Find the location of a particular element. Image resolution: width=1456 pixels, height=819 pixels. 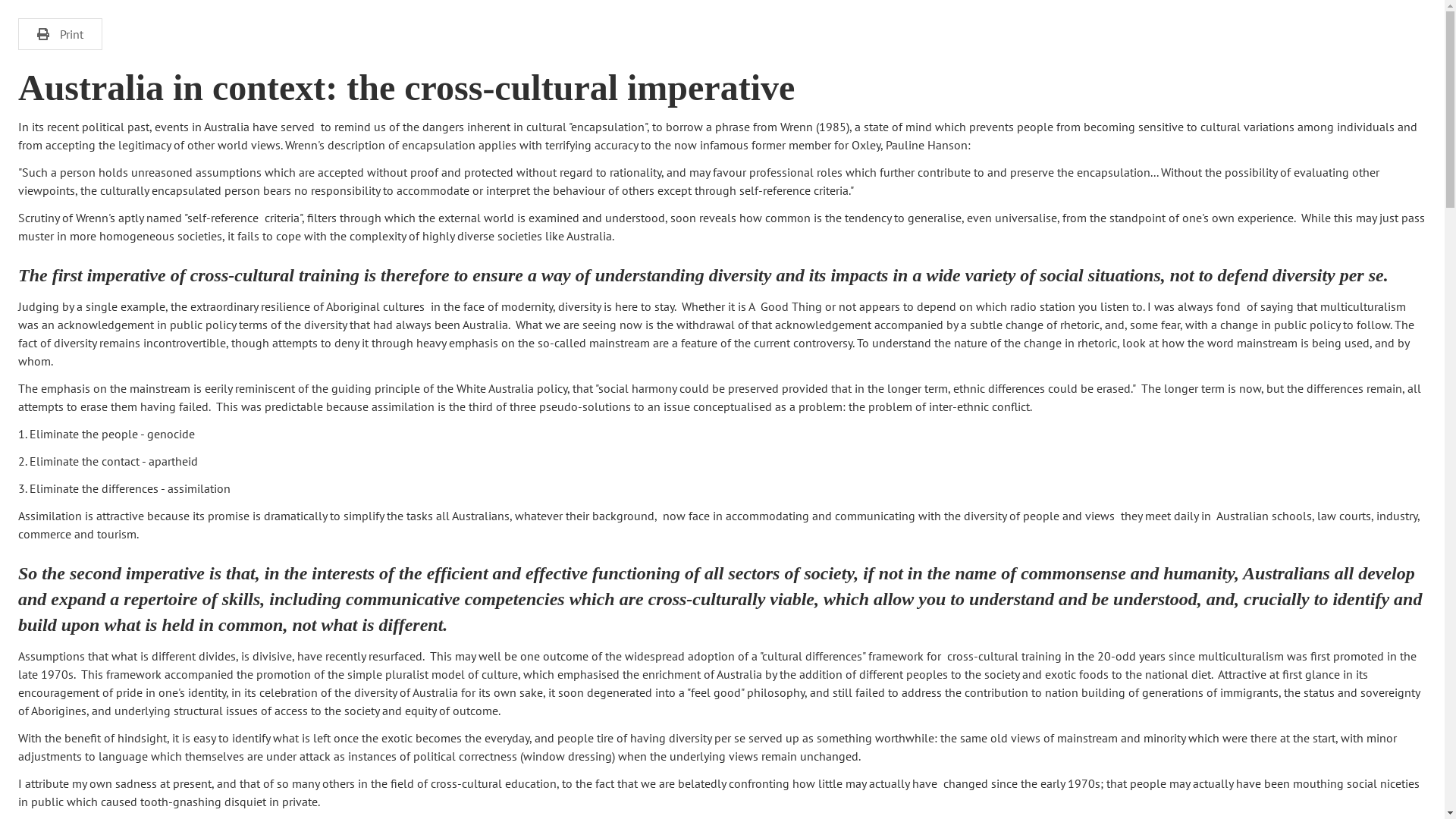

'Print' is located at coordinates (60, 34).